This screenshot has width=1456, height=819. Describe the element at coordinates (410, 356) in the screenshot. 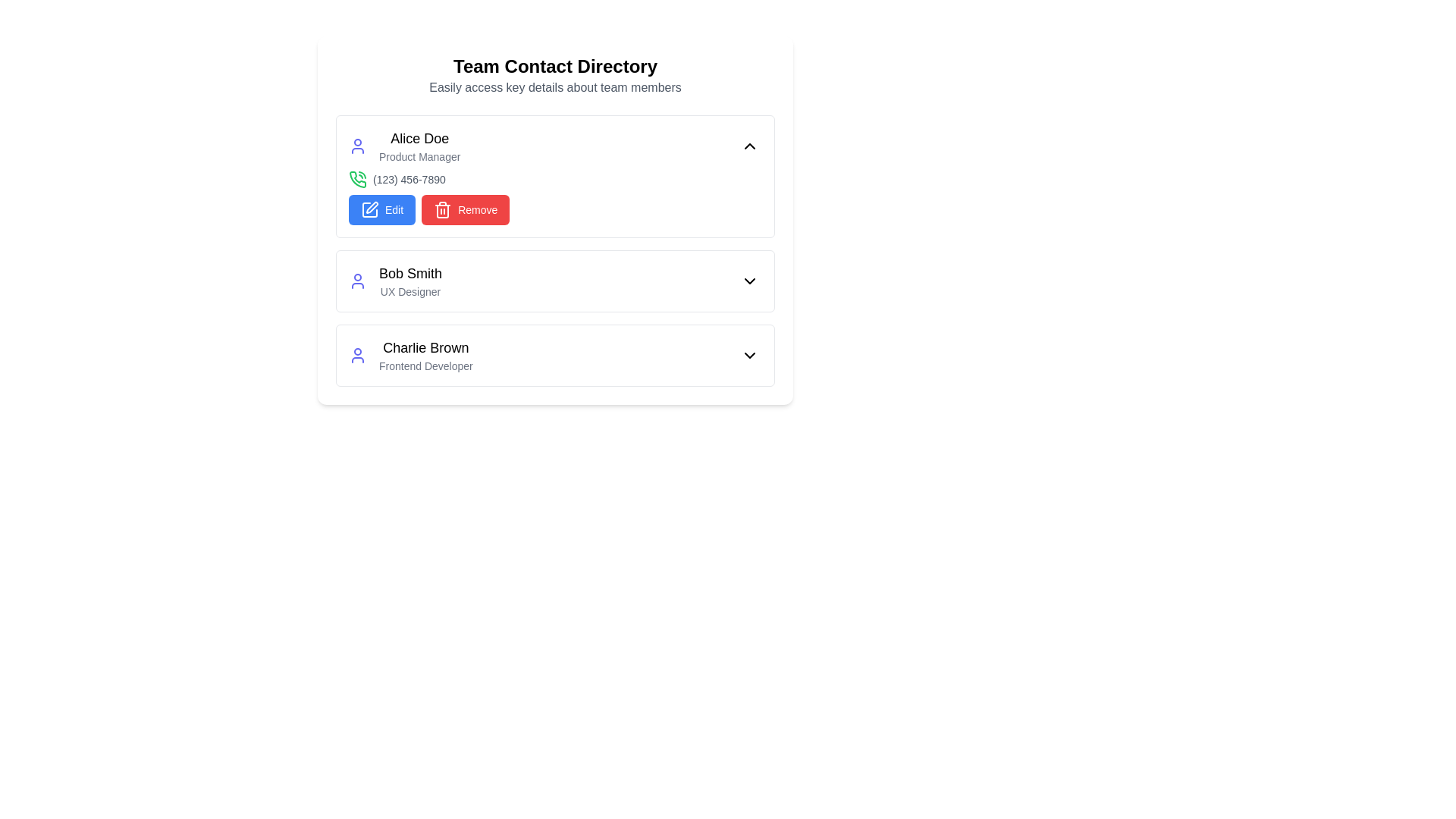

I see `the name of the third contact in the Team Contact Directory` at that location.